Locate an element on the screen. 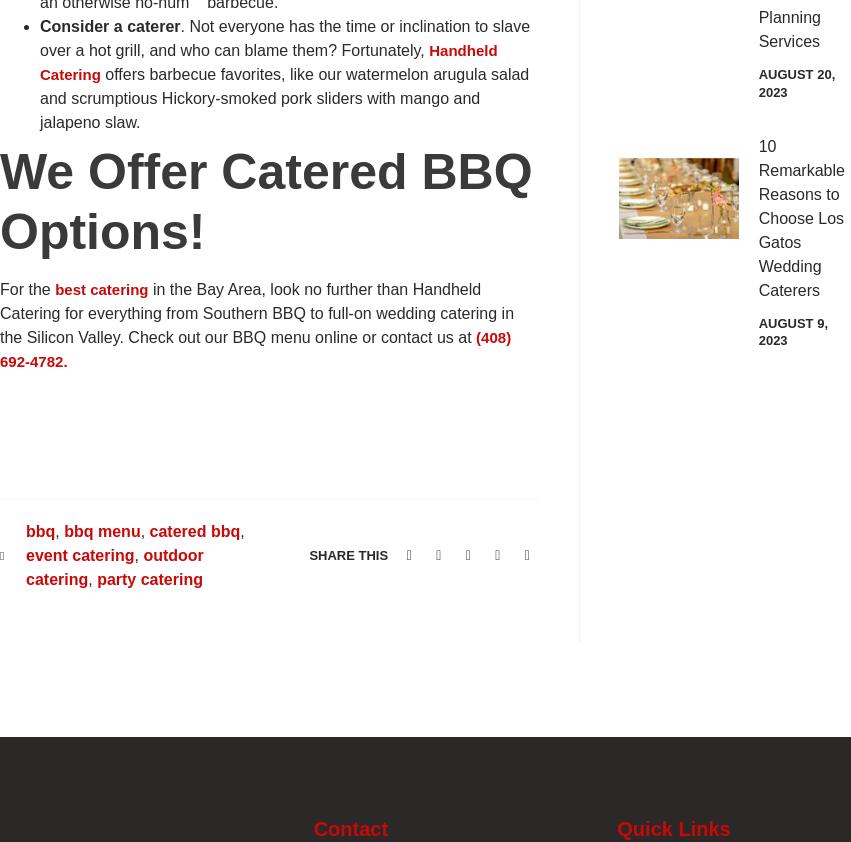  'bbq' is located at coordinates (40, 530).